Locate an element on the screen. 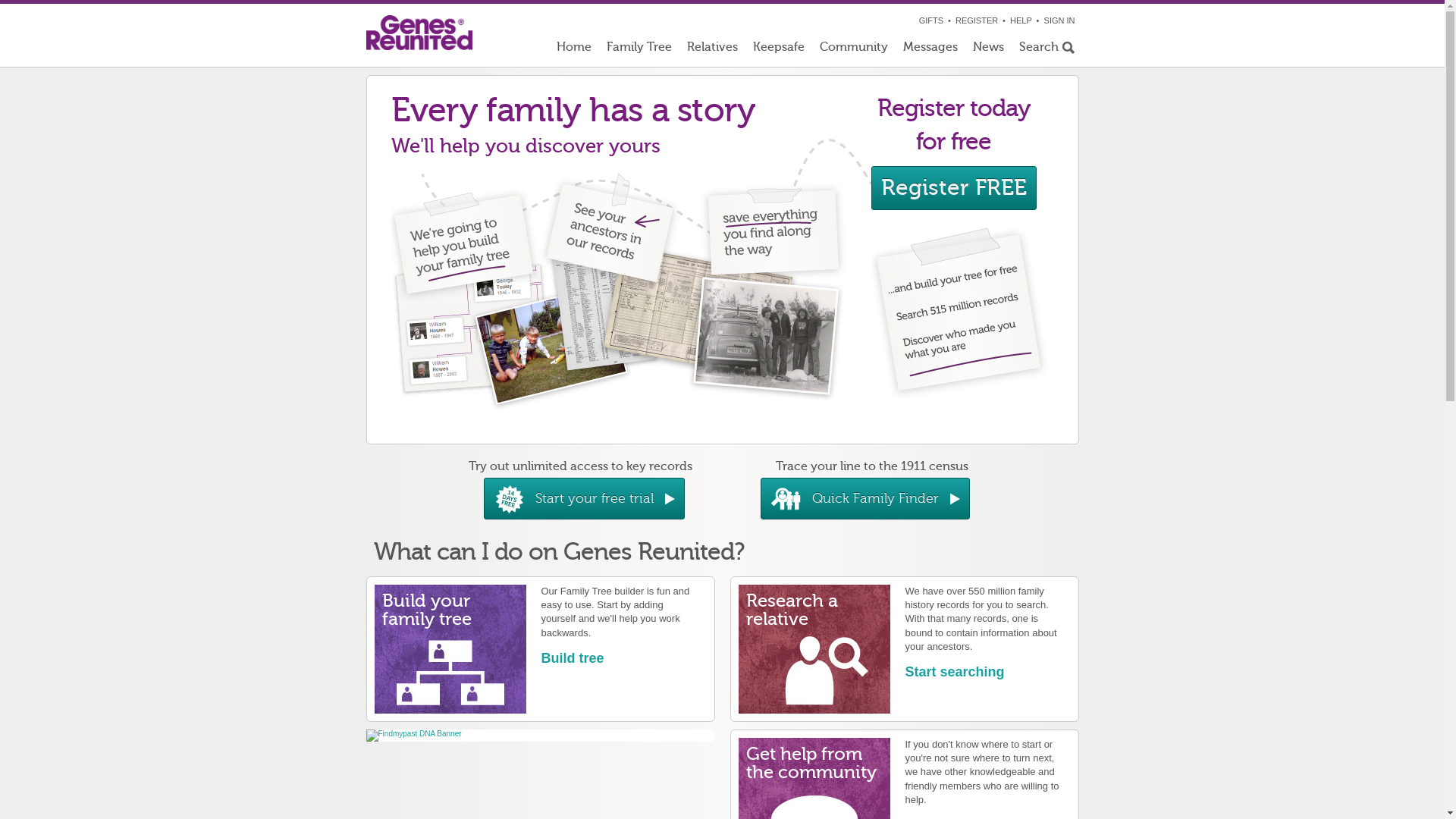 This screenshot has height=819, width=1456. 'Build tree' is located at coordinates (541, 657).